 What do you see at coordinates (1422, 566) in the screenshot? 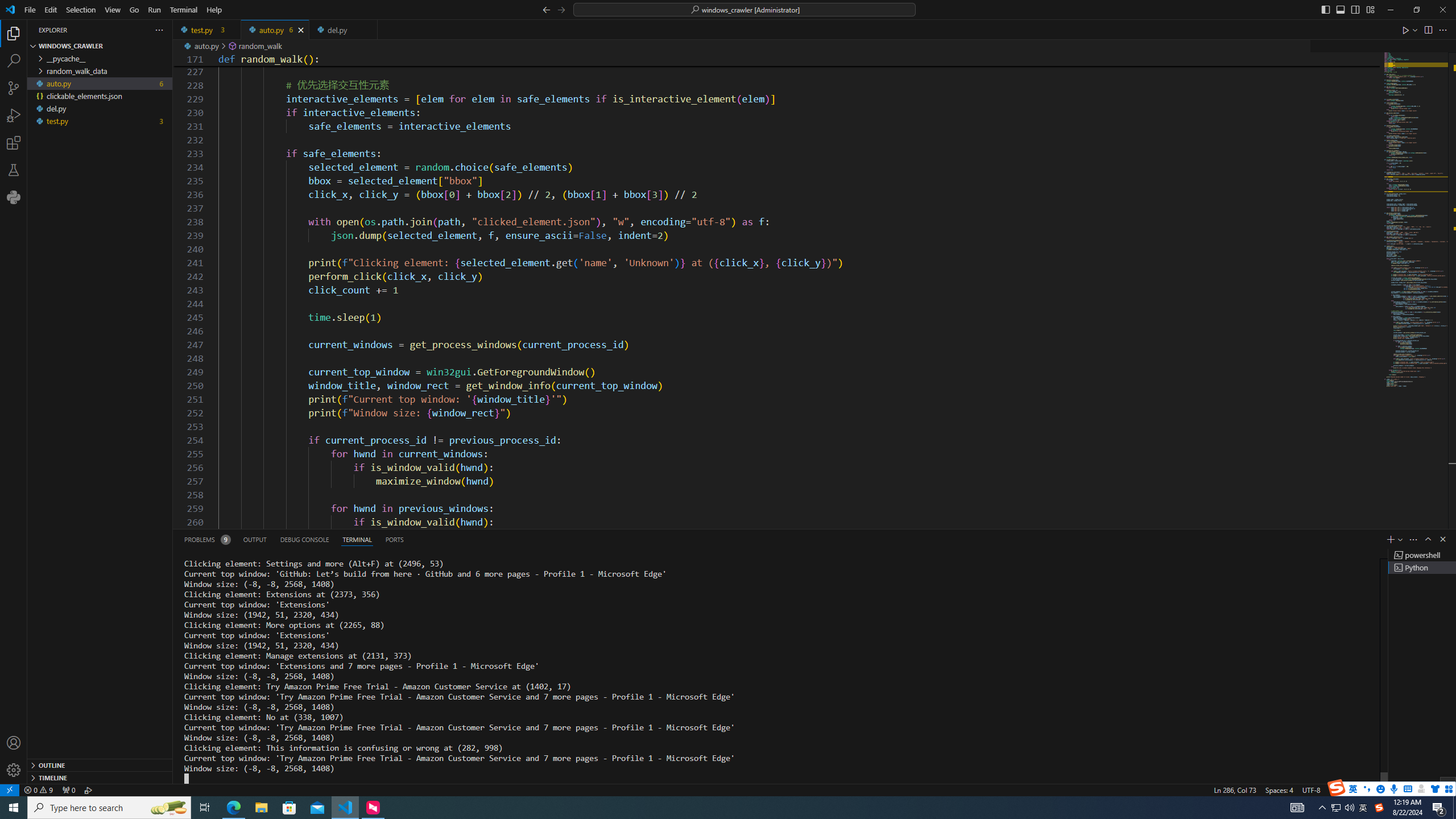
I see `'Terminal 5 Python'` at bounding box center [1422, 566].